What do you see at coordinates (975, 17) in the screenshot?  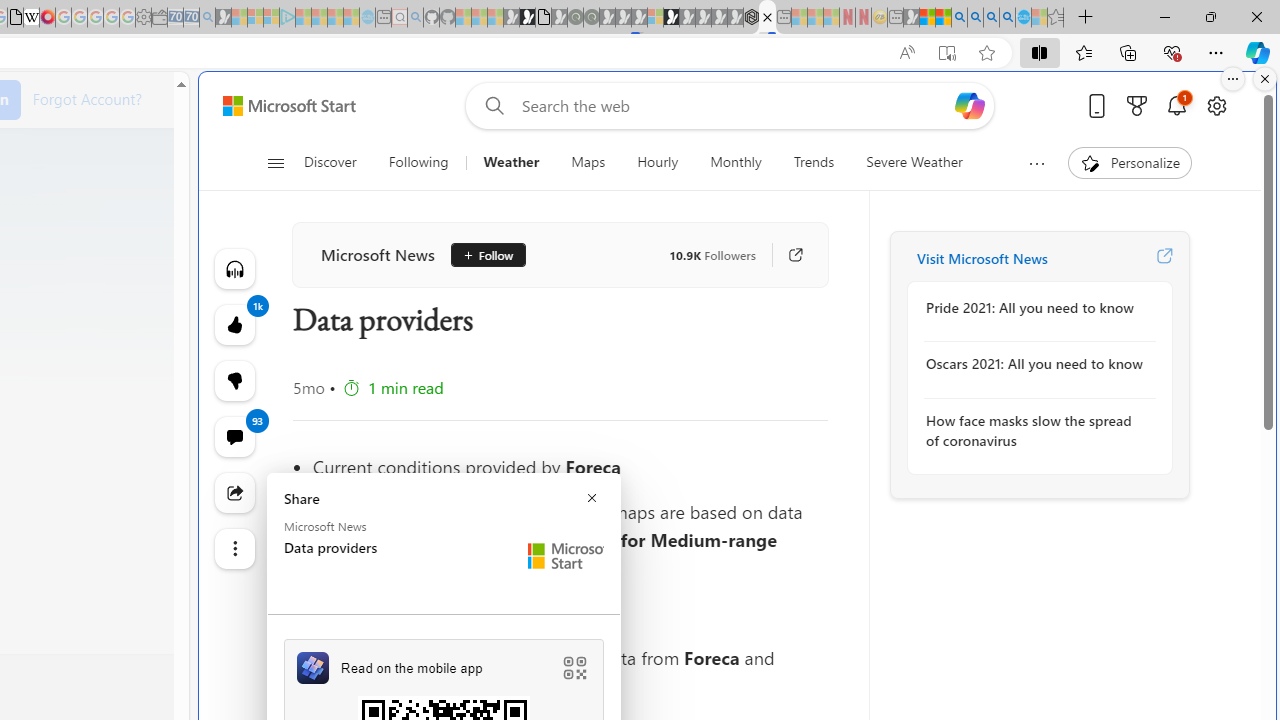 I see `'2009 Bing officially replaced Live Search on June 3 - Search'` at bounding box center [975, 17].